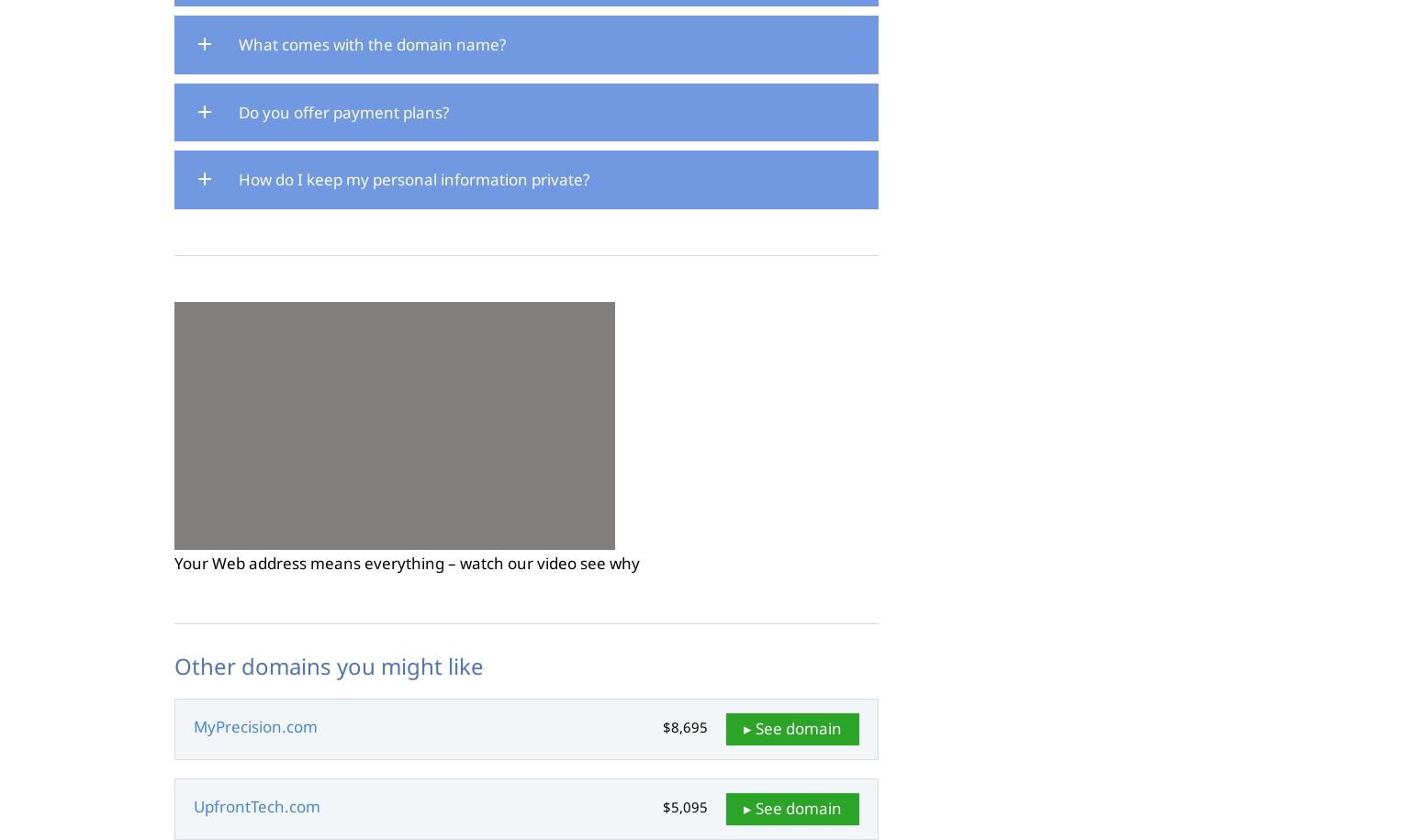 The image size is (1423, 840). What do you see at coordinates (685, 726) in the screenshot?
I see `'$8,695'` at bounding box center [685, 726].